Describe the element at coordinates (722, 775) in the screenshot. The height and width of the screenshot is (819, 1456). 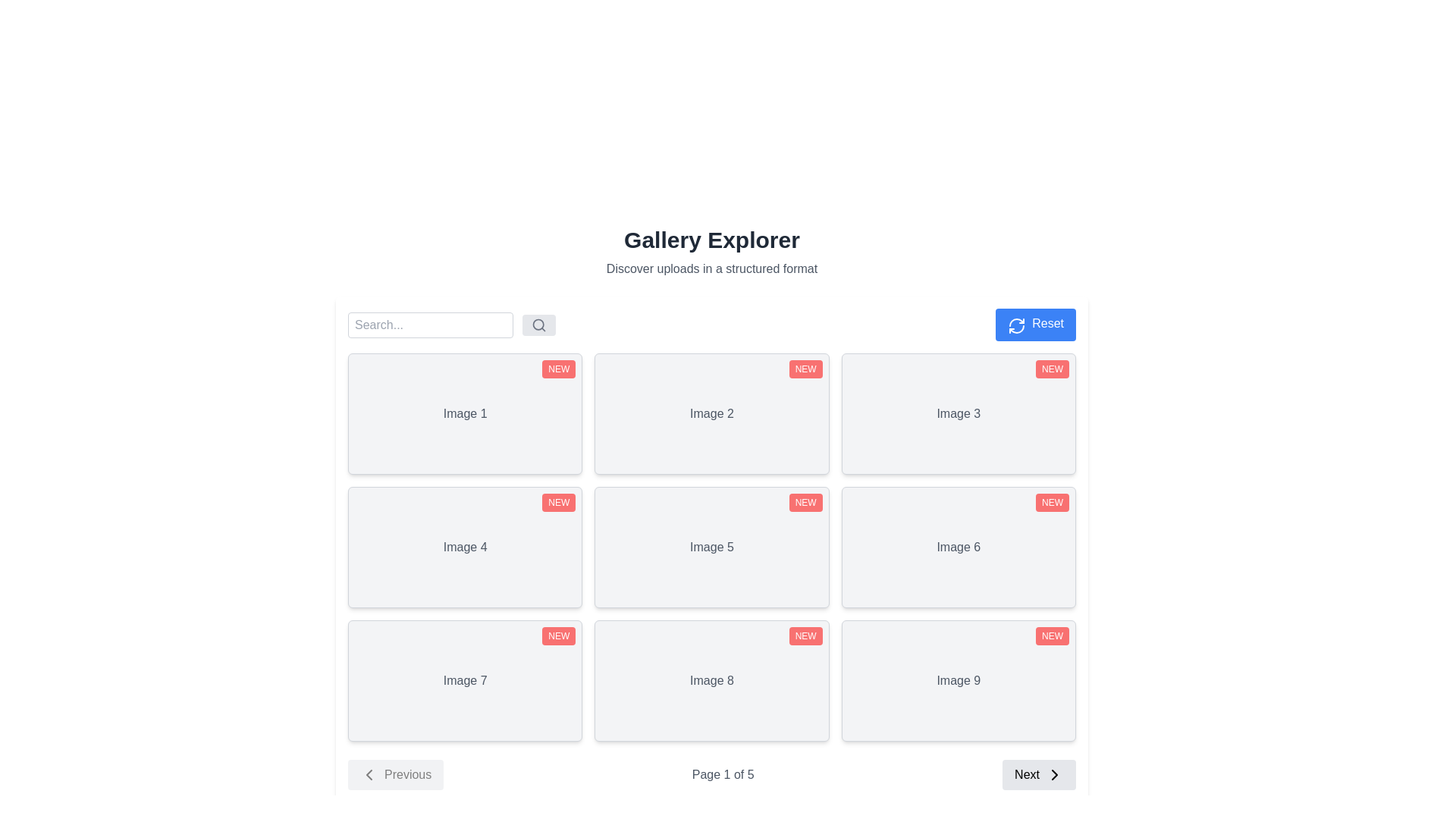
I see `the static text label that indicates the current page ('Page 1') and the total number of pages ('5') in the pagination system, located centrally in the pagination bar` at that location.